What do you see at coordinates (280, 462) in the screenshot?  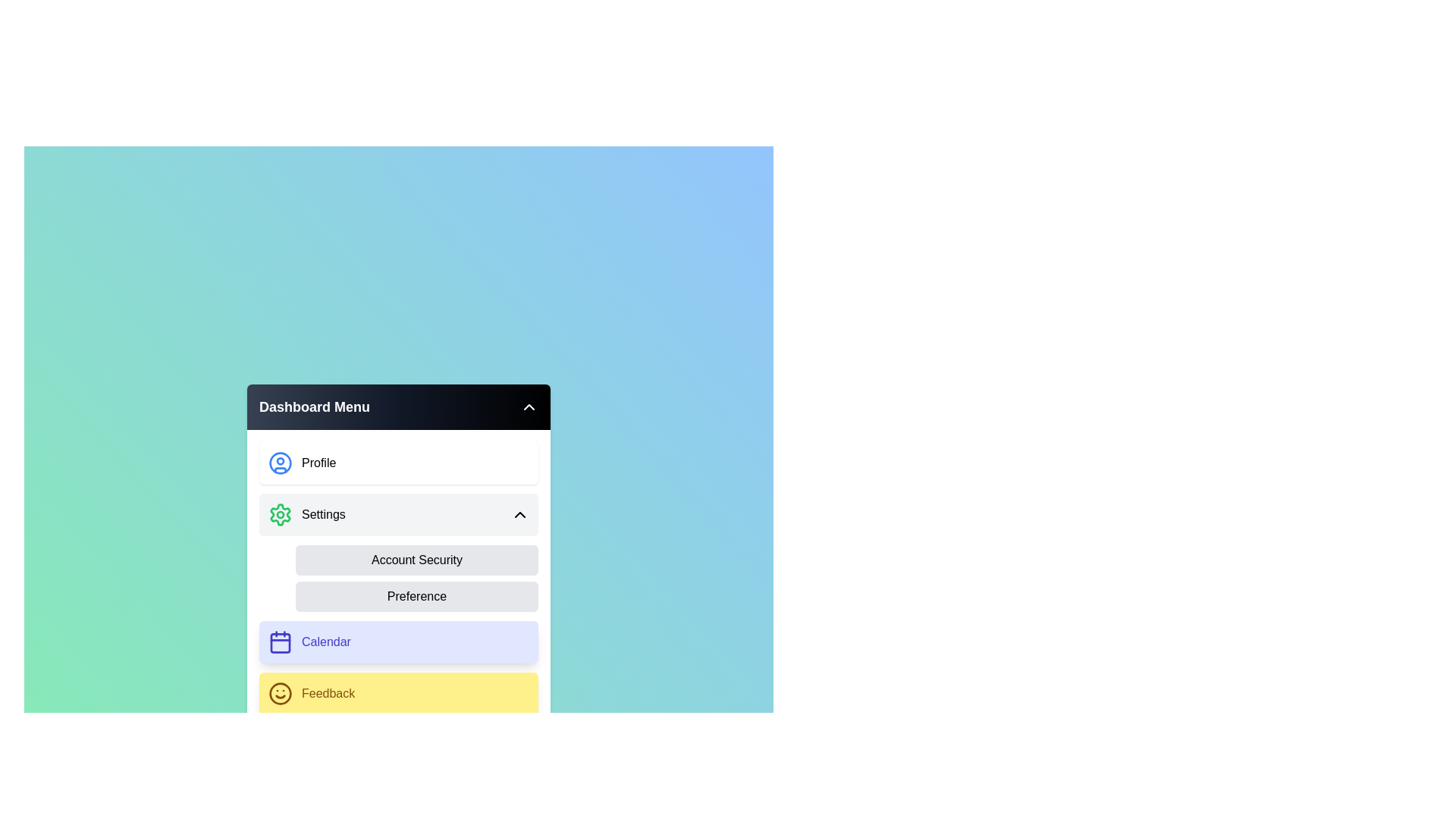 I see `the decorative icon representing the 'Profile' section in the dashboard menu, which is located to the left of the text 'Profile'` at bounding box center [280, 462].